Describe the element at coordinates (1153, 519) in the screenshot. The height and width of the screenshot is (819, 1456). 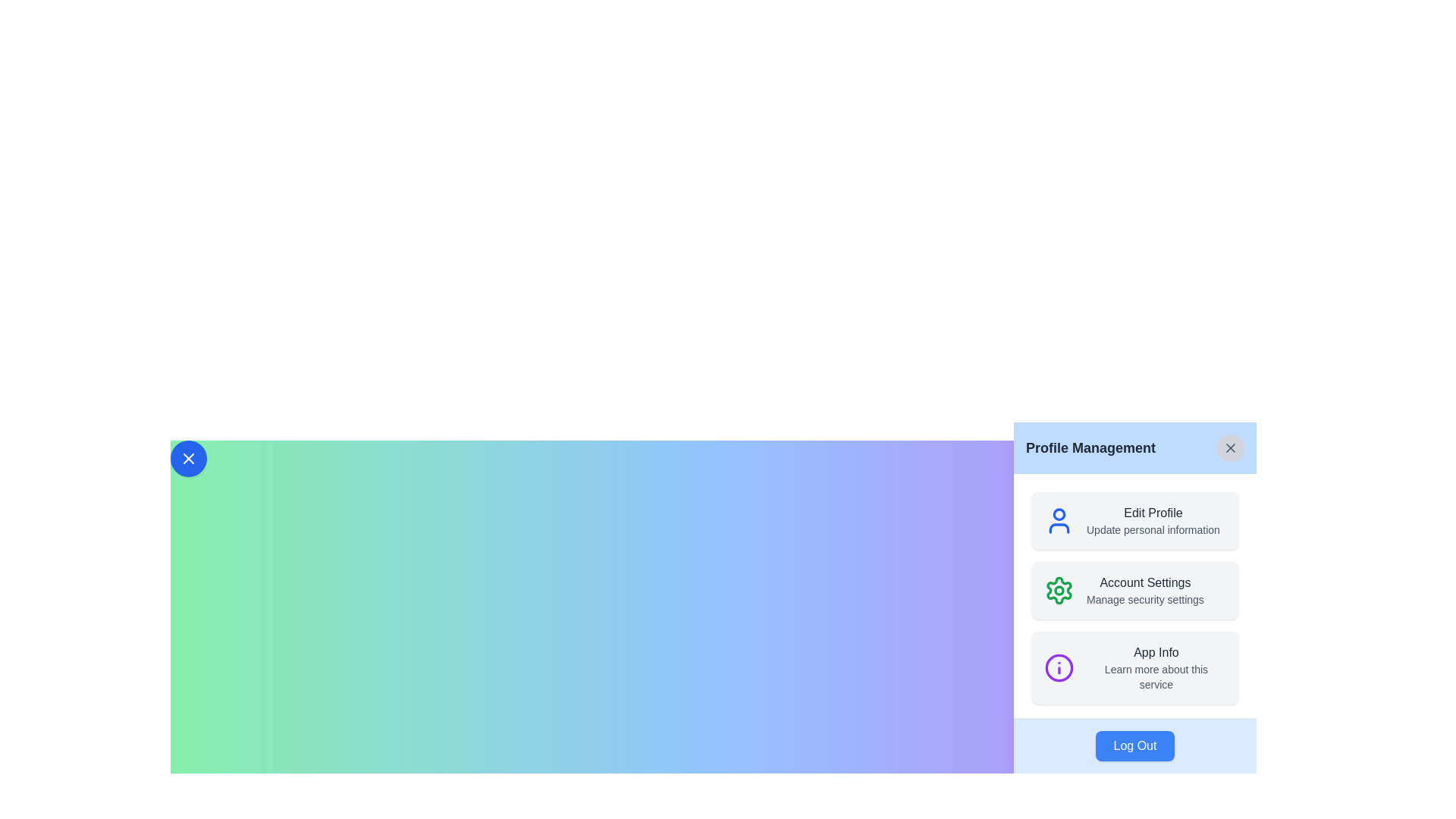
I see `the profile edit interface element located under the avatar icon in the 'Profile Management' menu` at that location.